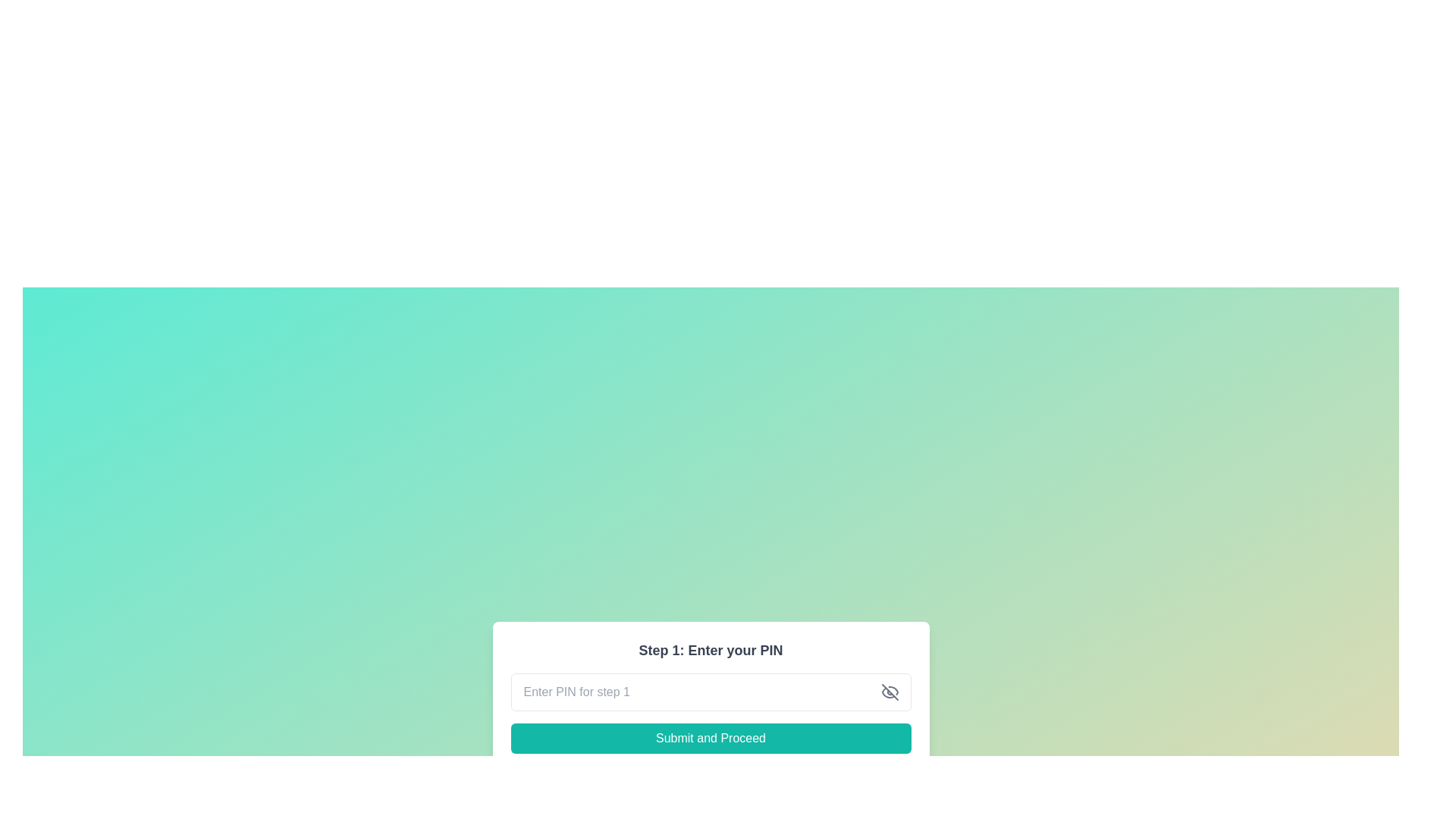 Image resolution: width=1456 pixels, height=819 pixels. Describe the element at coordinates (890, 692) in the screenshot. I see `the 'eye off' icon, which is represented by a diagonal strikethrough line, to toggle visibility` at that location.